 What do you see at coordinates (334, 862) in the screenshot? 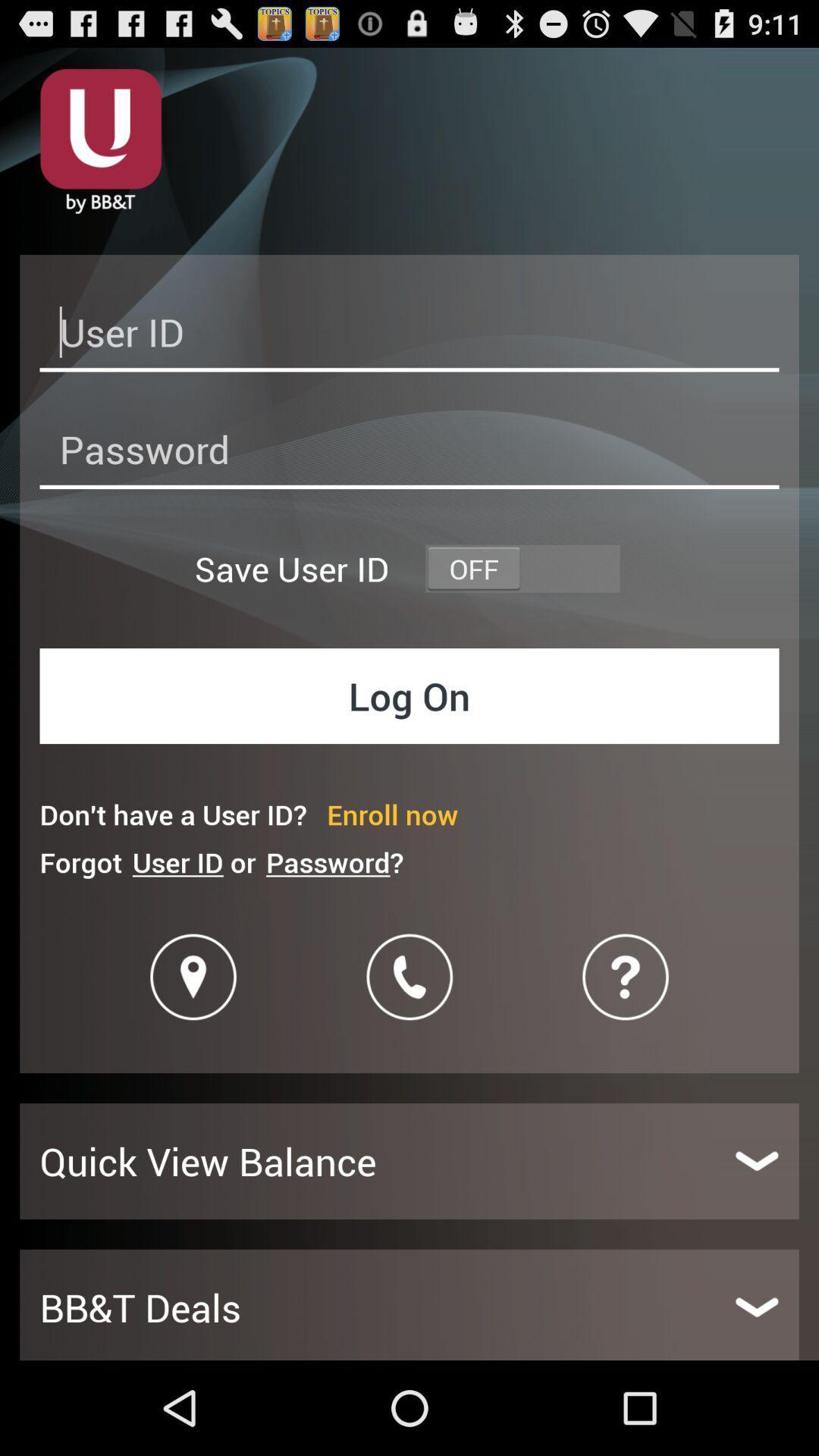
I see `the icon next to user id or icon` at bounding box center [334, 862].